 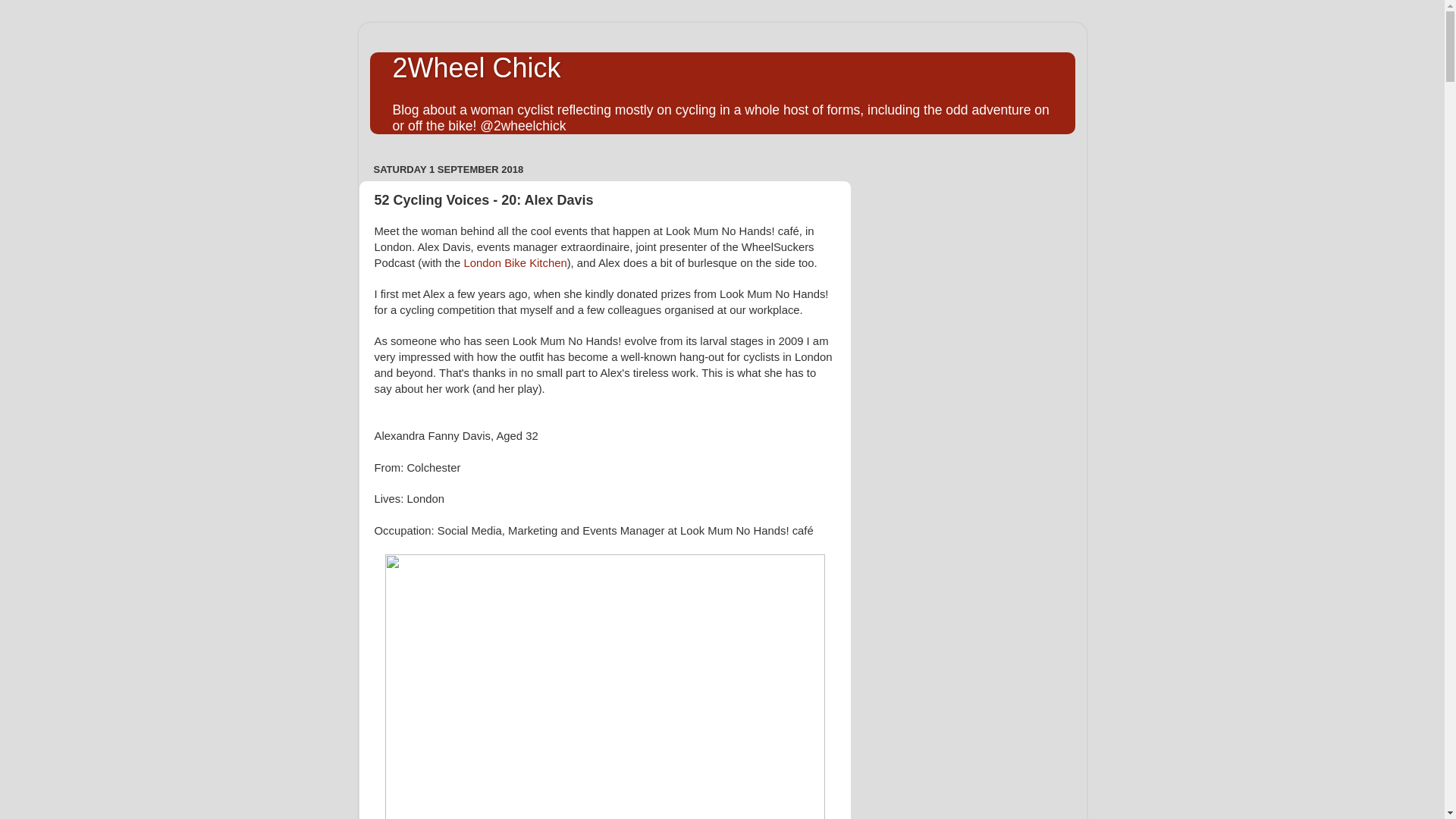 What do you see at coordinates (462, 262) in the screenshot?
I see `'London Bike Kitchen'` at bounding box center [462, 262].